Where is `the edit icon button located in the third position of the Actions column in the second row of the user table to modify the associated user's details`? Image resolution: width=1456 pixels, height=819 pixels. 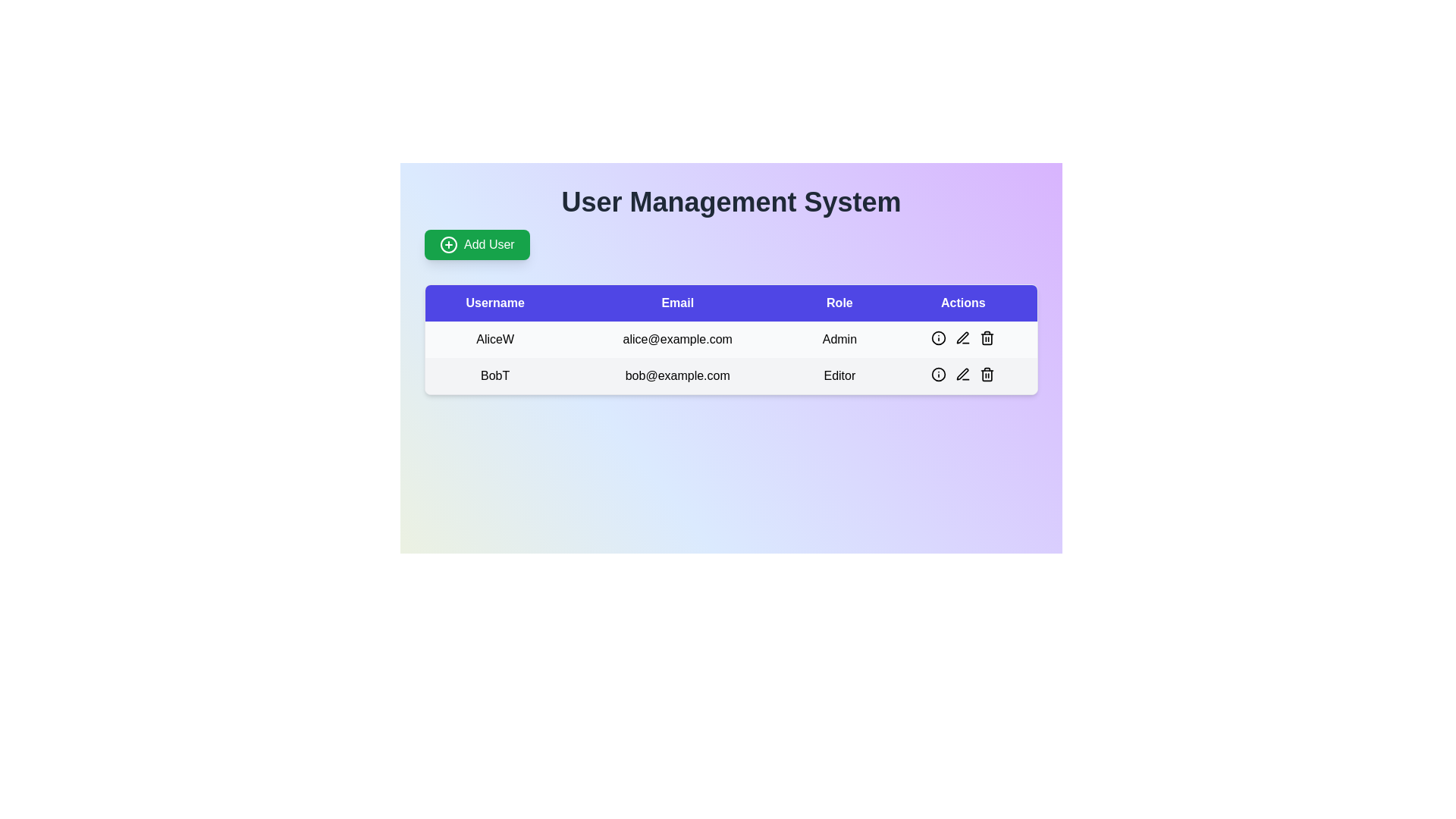 the edit icon button located in the third position of the Actions column in the second row of the user table to modify the associated user's details is located at coordinates (962, 374).